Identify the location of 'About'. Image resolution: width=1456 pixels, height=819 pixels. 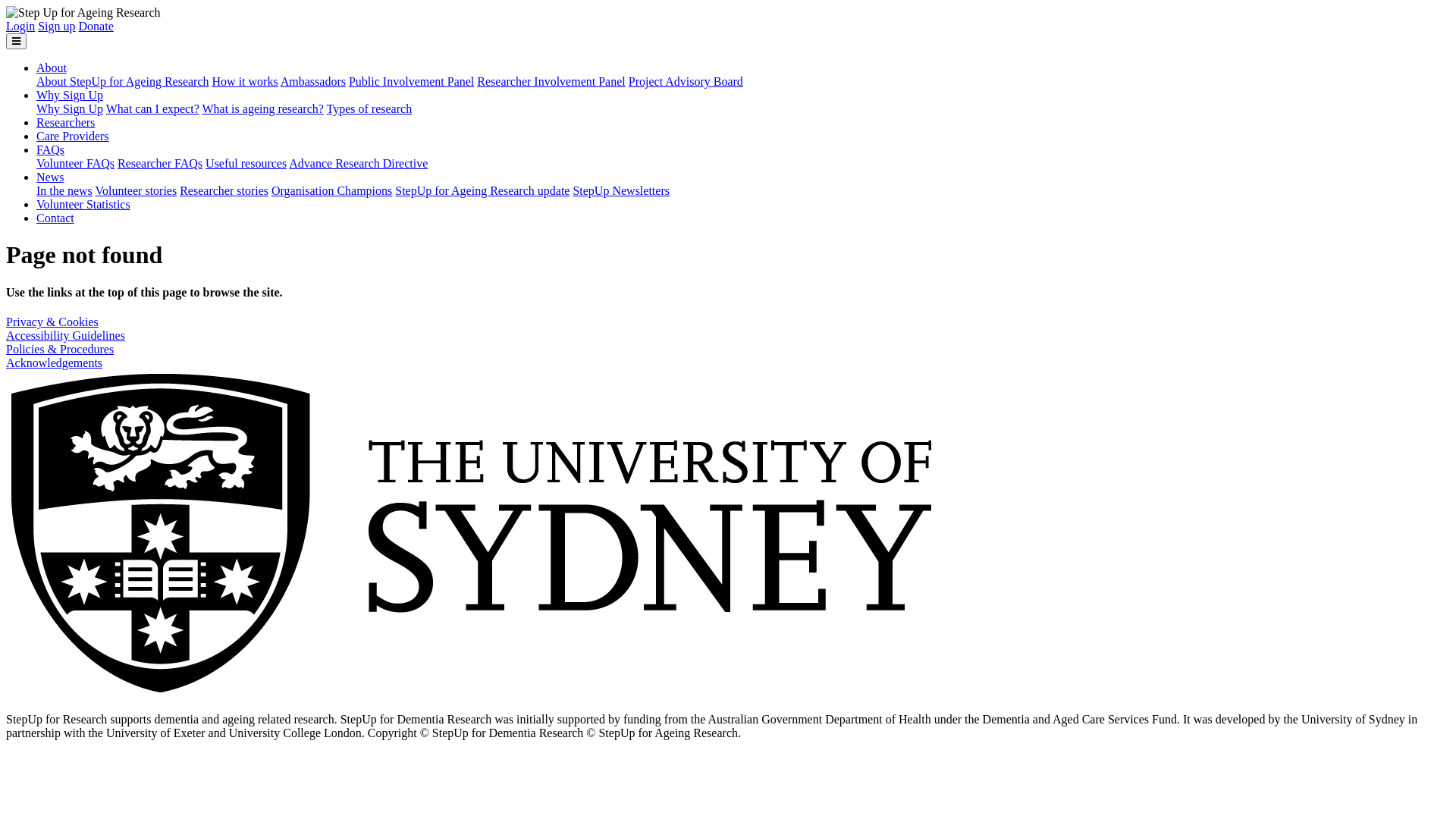
(51, 67).